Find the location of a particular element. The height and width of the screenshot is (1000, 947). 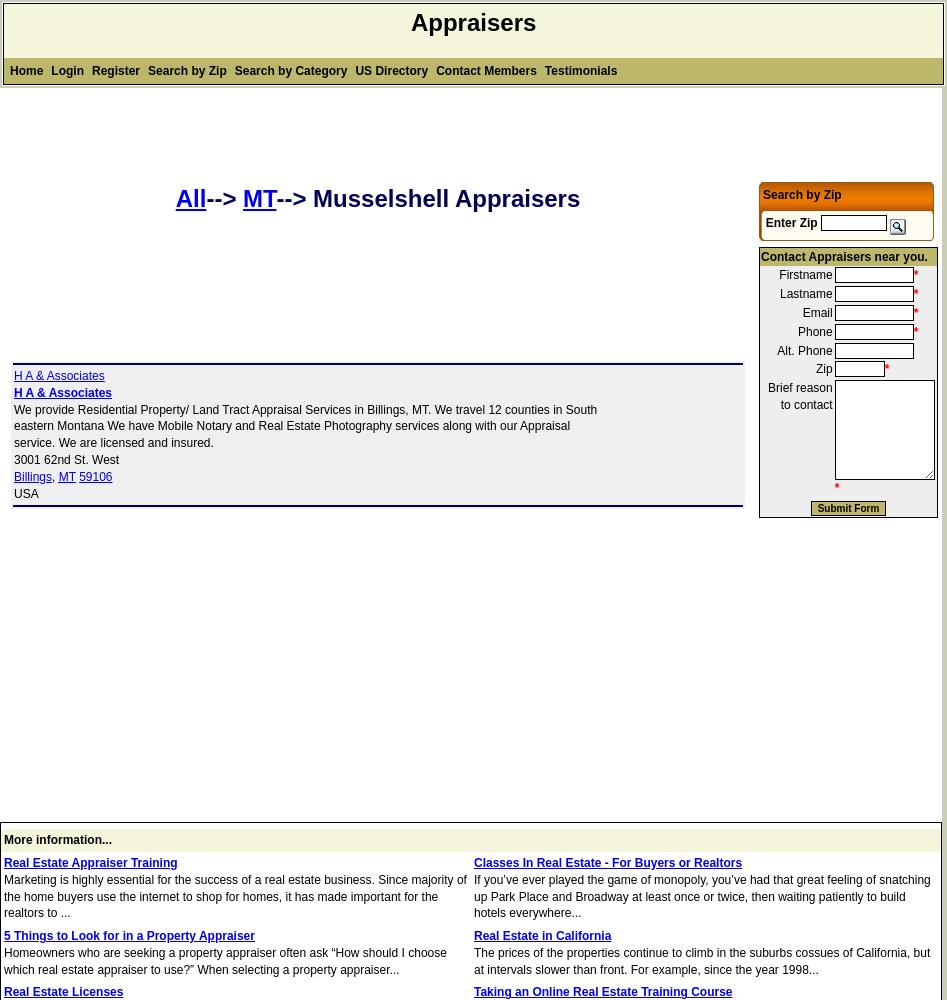

'Contact Appraisers near you.' is located at coordinates (761, 256).